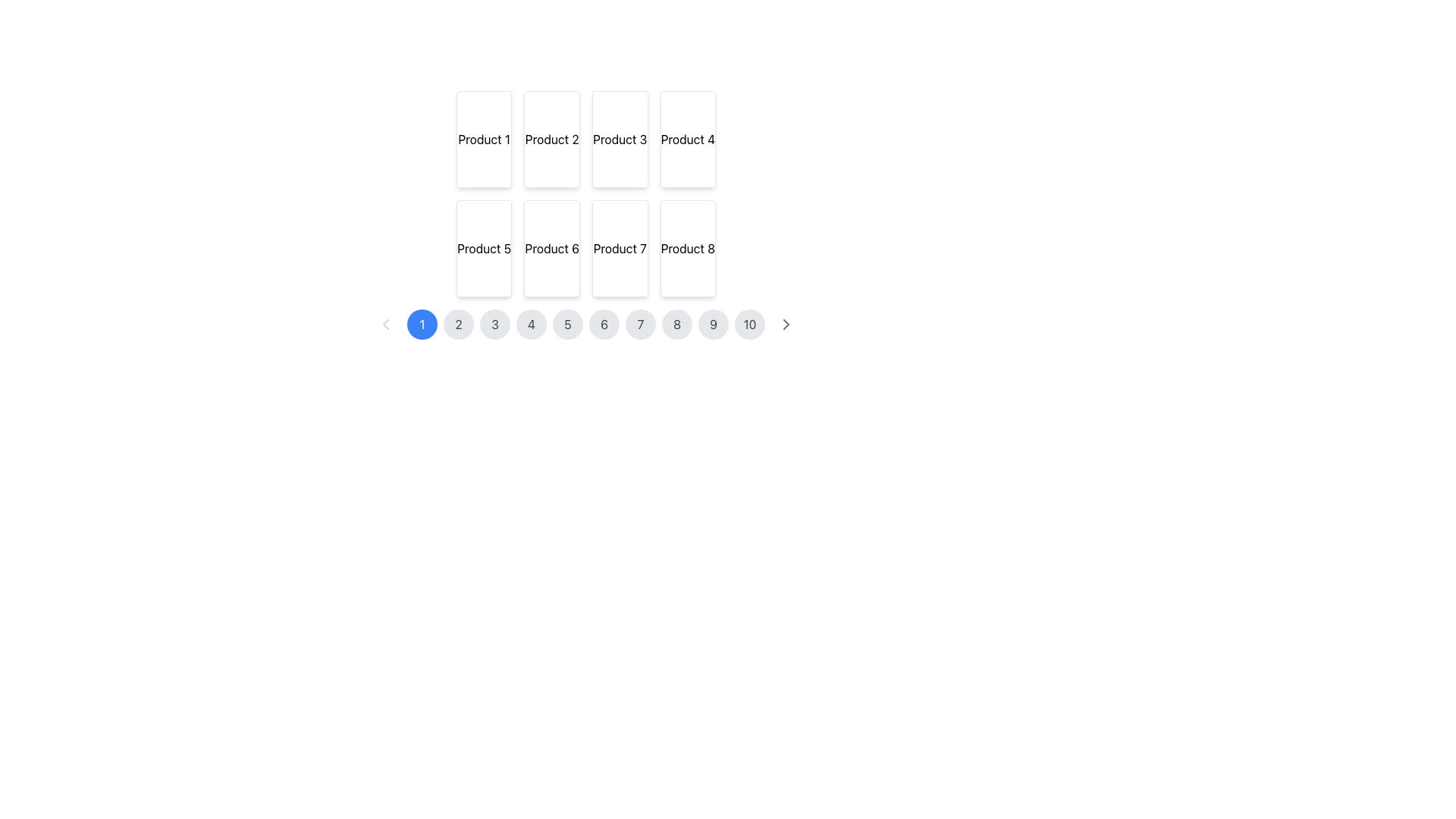 Image resolution: width=1456 pixels, height=819 pixels. What do you see at coordinates (687, 247) in the screenshot?
I see `the product card located in the bottom-right corner of a 4x2 grid, which is directly below 'Product 4' and to the right of 'Product 7'` at bounding box center [687, 247].